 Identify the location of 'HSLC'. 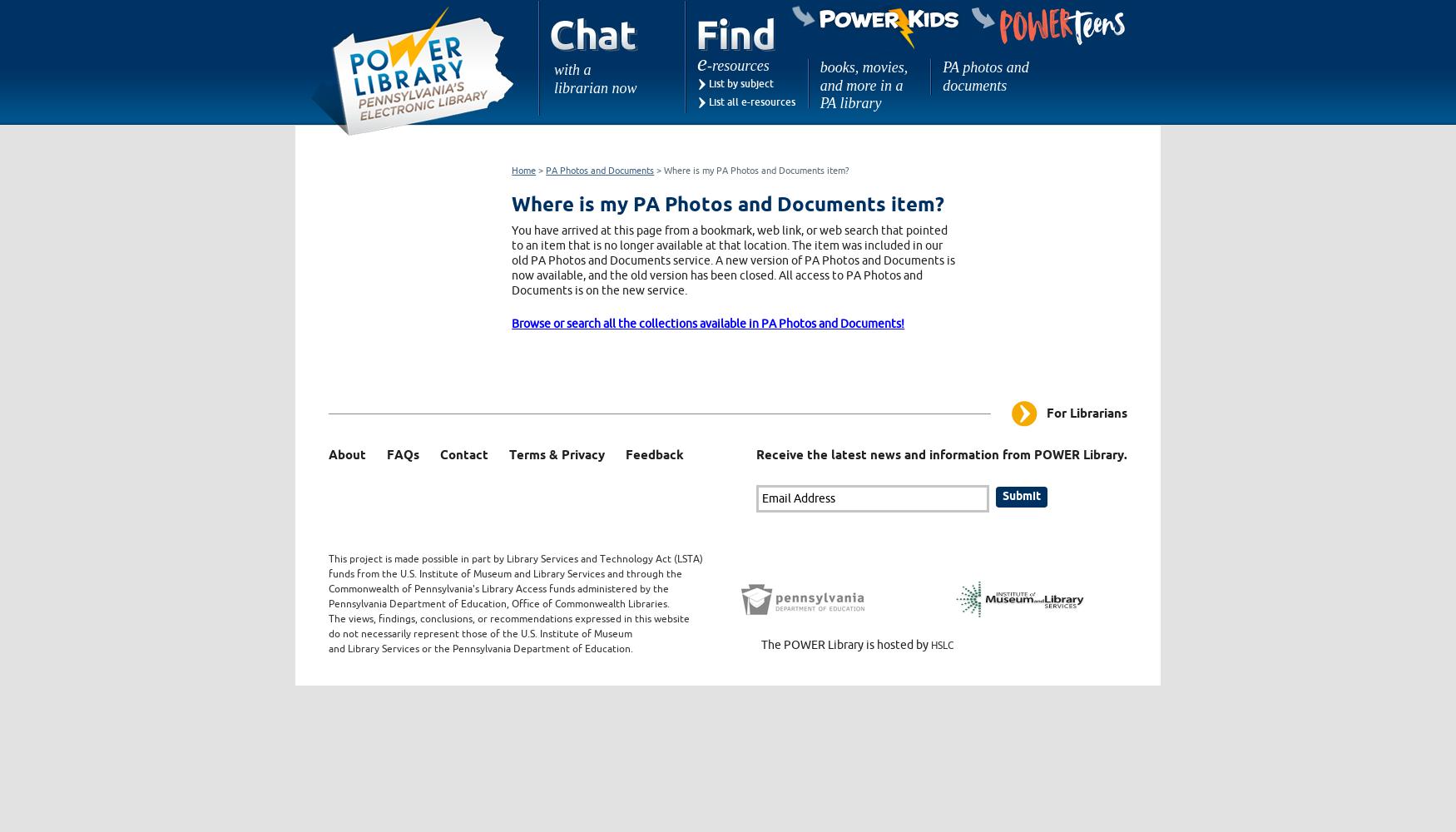
(941, 645).